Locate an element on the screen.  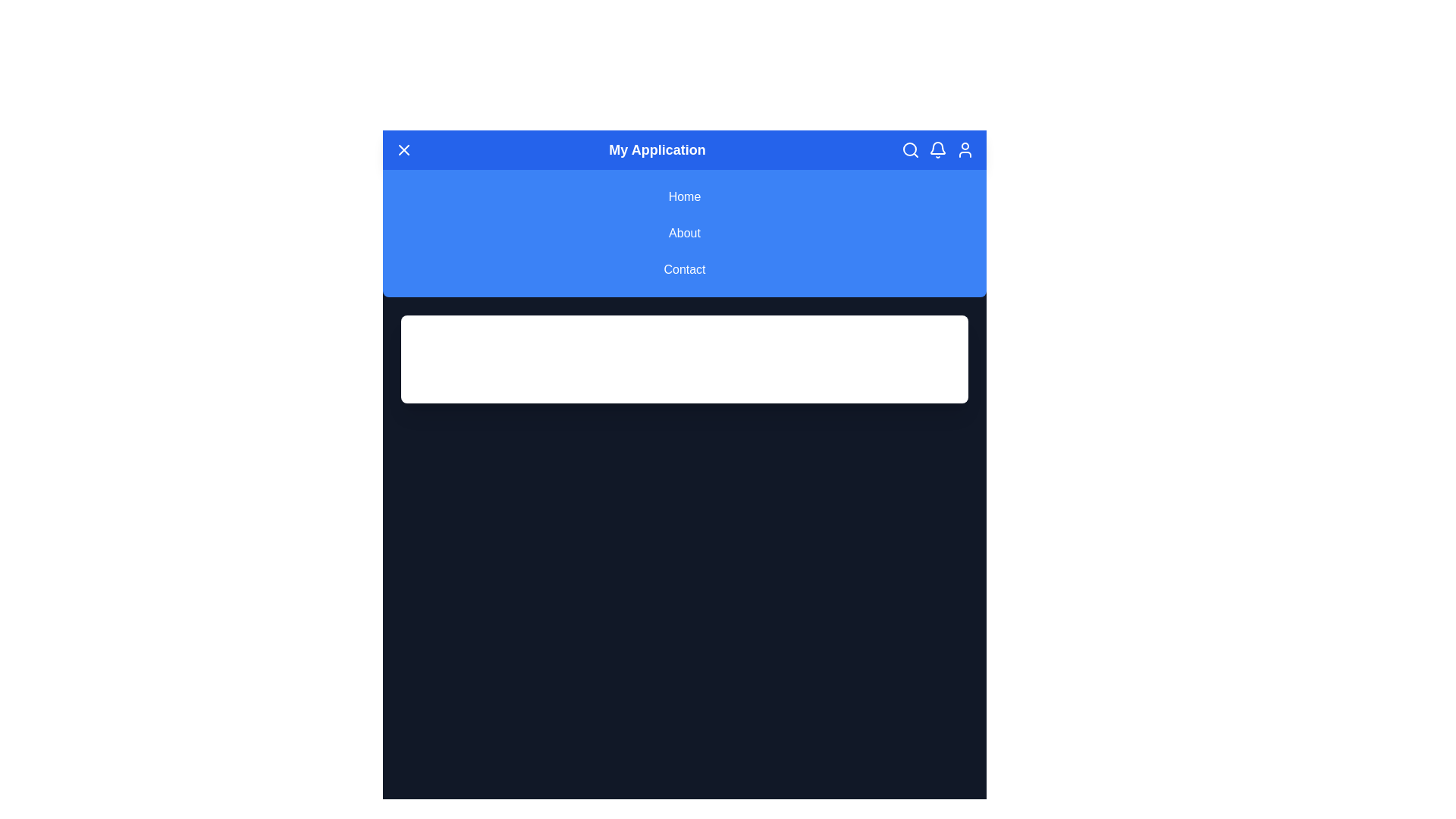
the user profile icon in the header is located at coordinates (964, 149).